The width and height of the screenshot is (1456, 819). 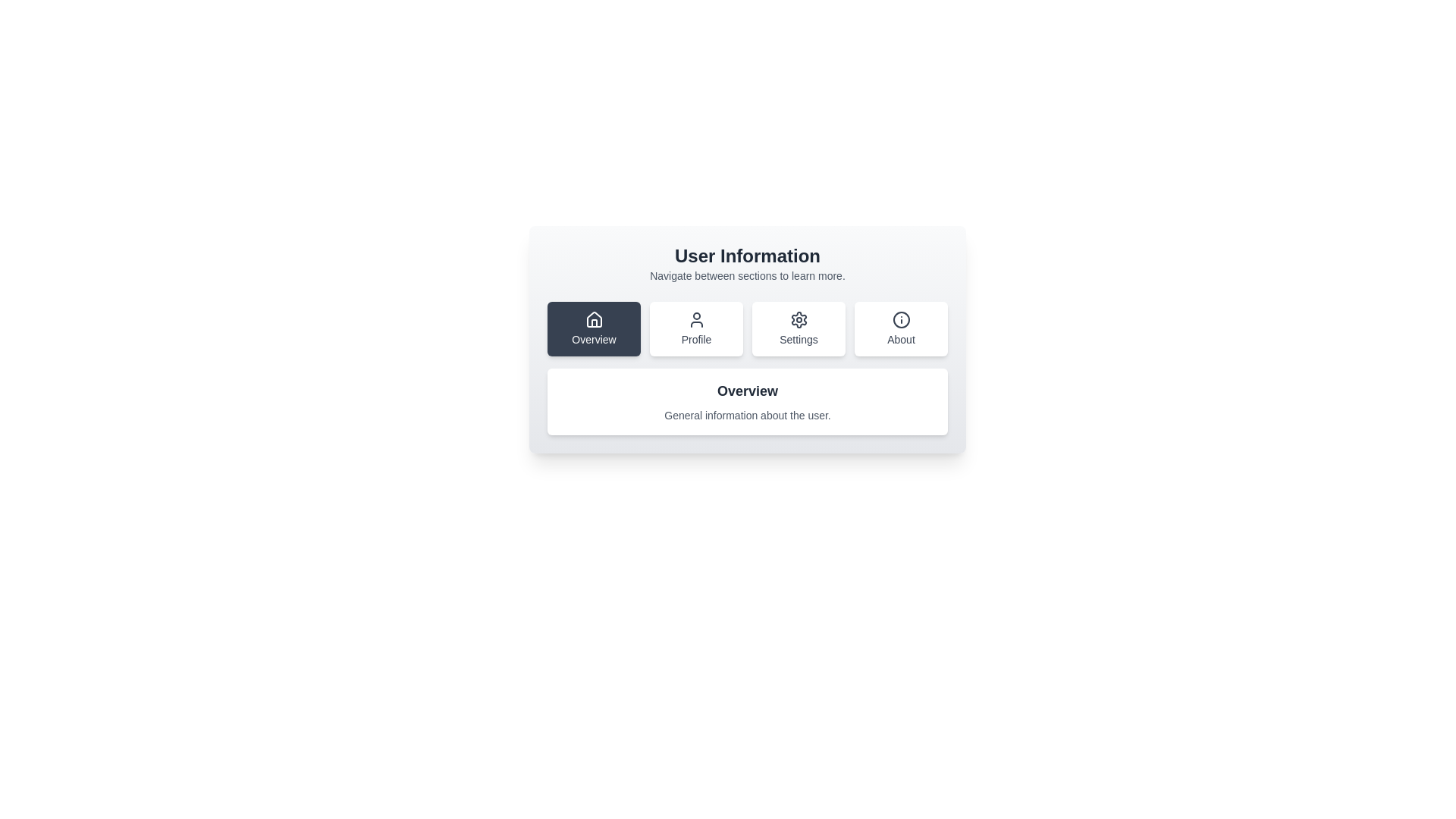 What do you see at coordinates (593, 322) in the screenshot?
I see `the vertical rectangle-like shape representing a door inside the house icon` at bounding box center [593, 322].